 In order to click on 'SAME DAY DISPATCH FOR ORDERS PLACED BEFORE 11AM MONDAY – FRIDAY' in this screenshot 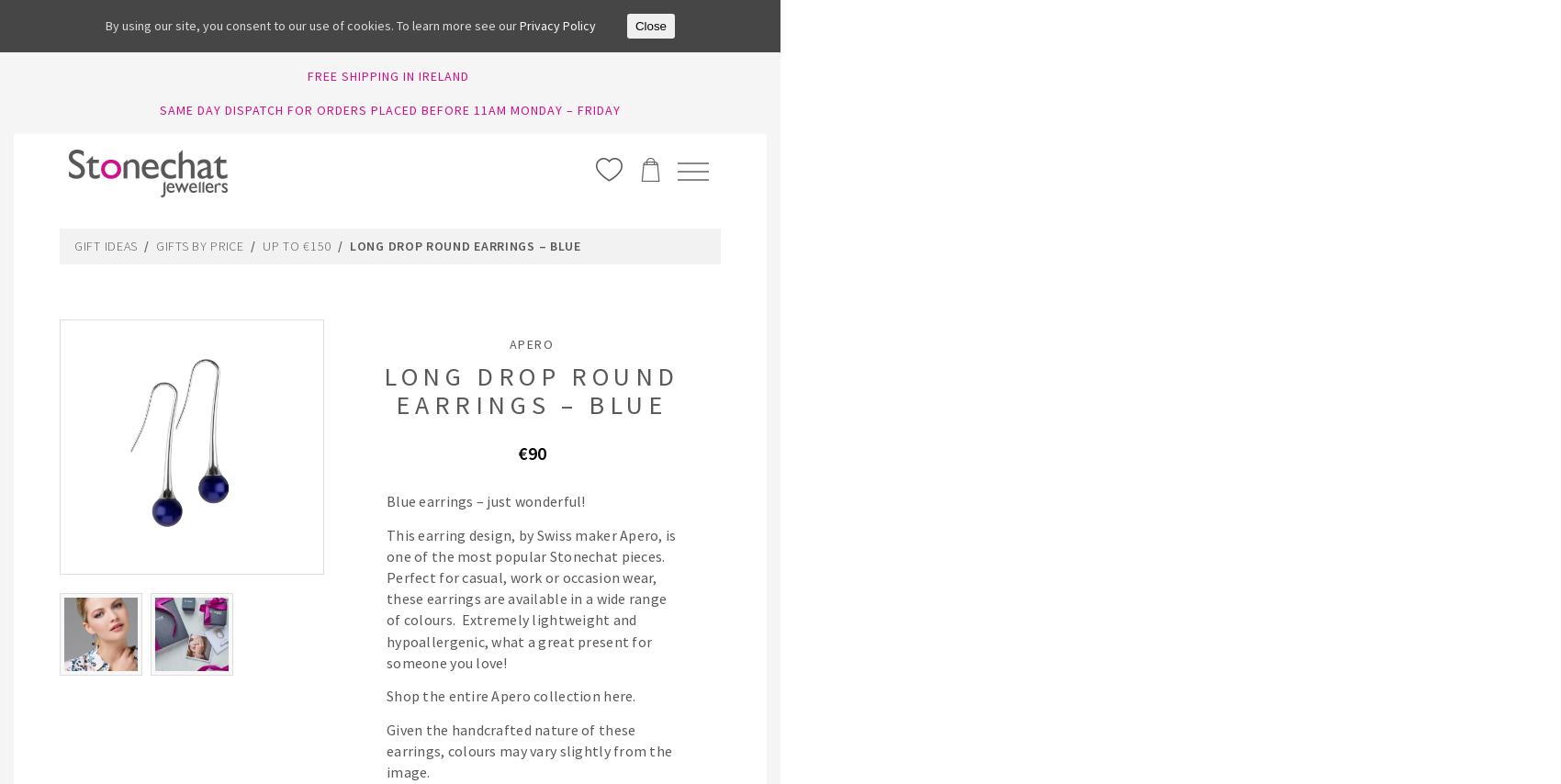, I will do `click(390, 109)`.